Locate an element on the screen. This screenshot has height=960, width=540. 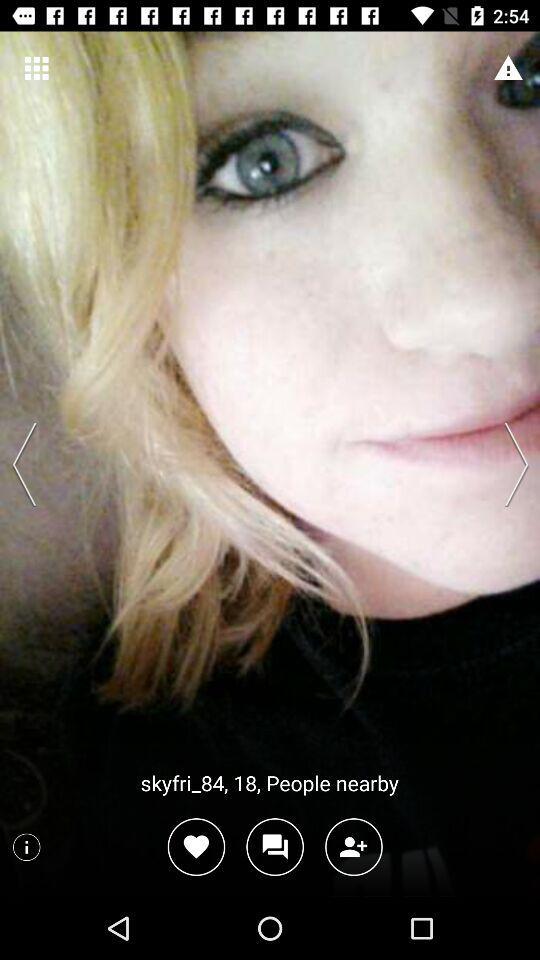
click add person is located at coordinates (353, 846).